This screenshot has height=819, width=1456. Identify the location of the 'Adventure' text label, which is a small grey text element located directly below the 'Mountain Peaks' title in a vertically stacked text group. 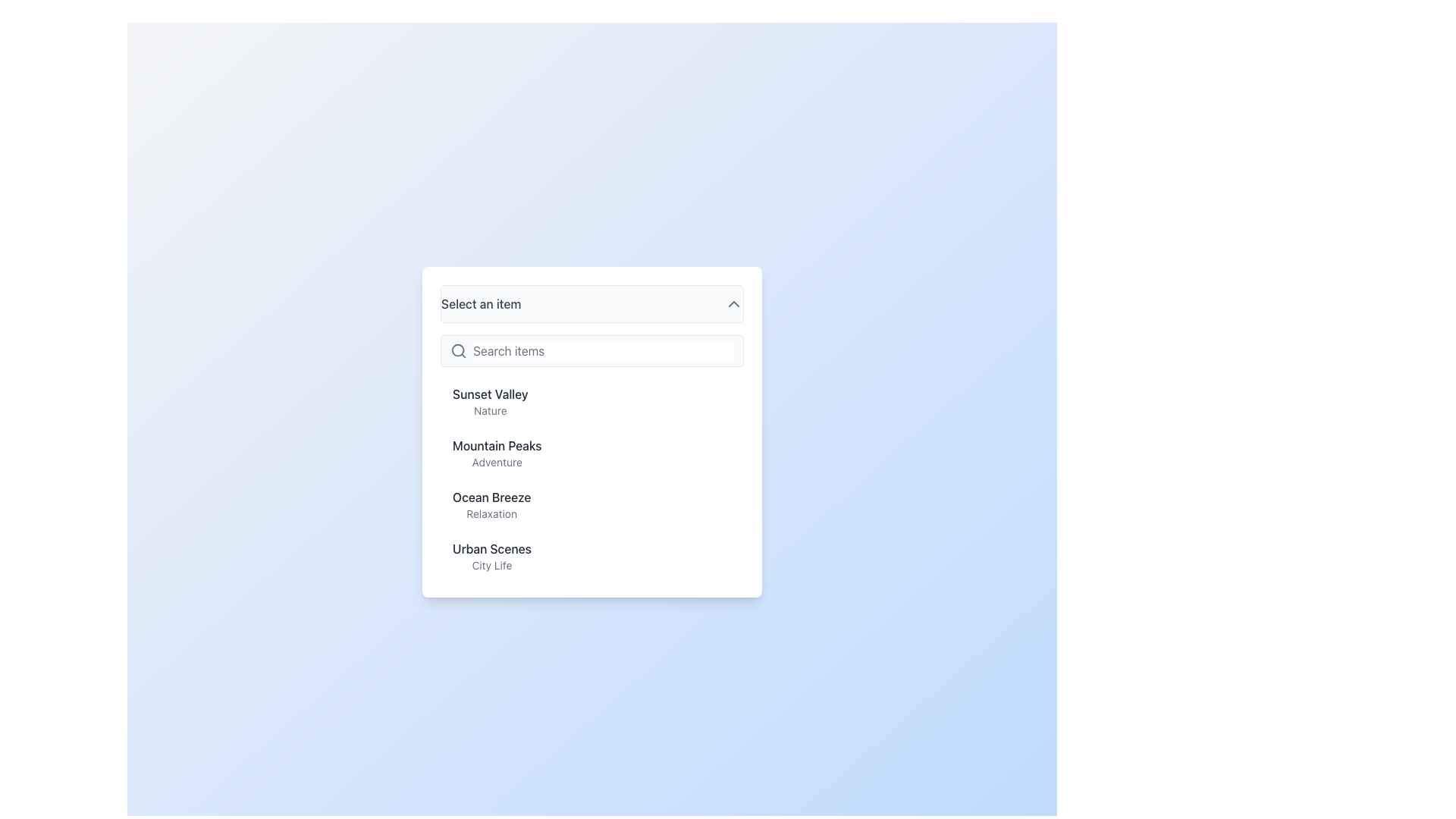
(497, 461).